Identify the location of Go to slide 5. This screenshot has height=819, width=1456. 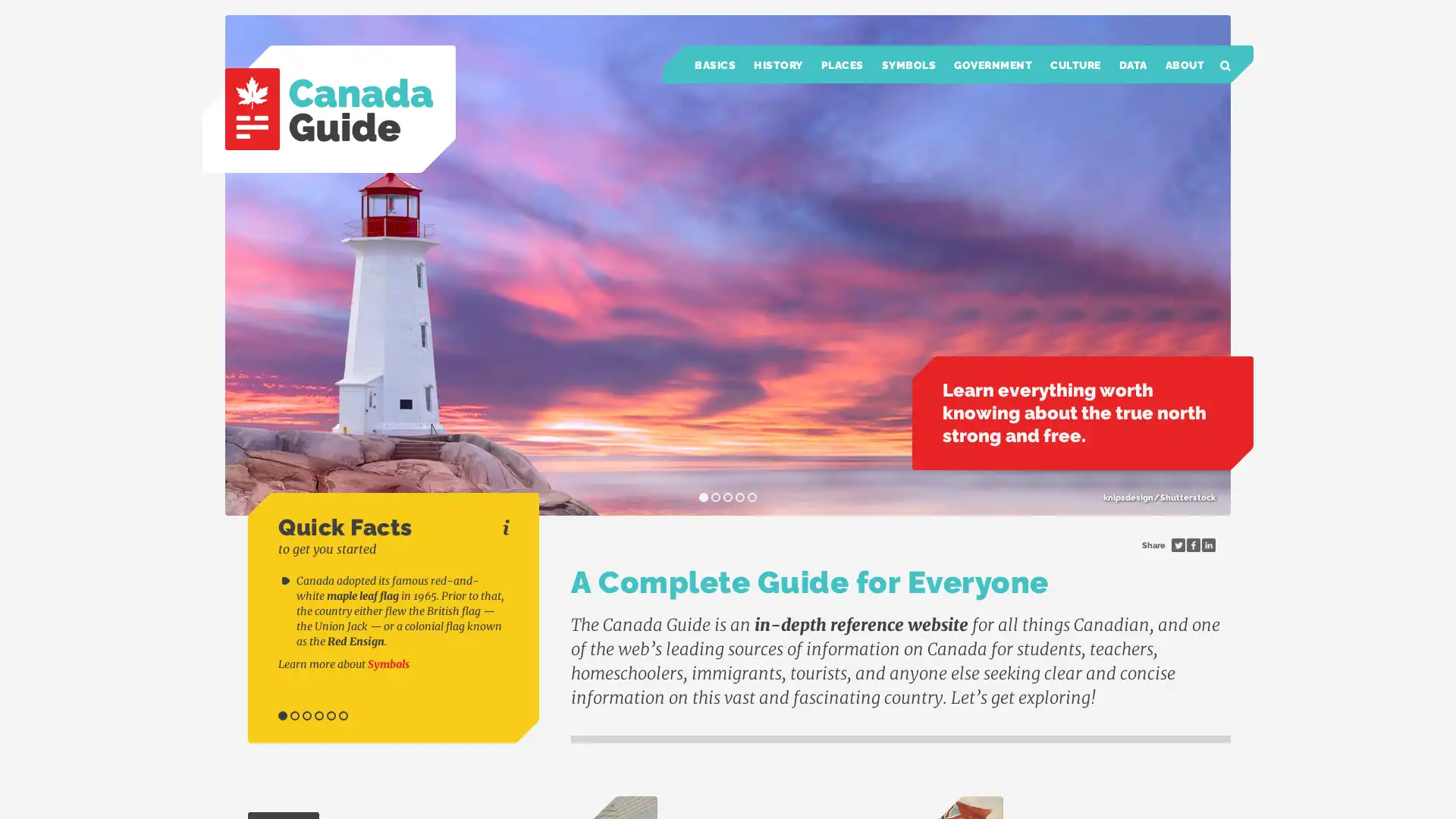
(752, 497).